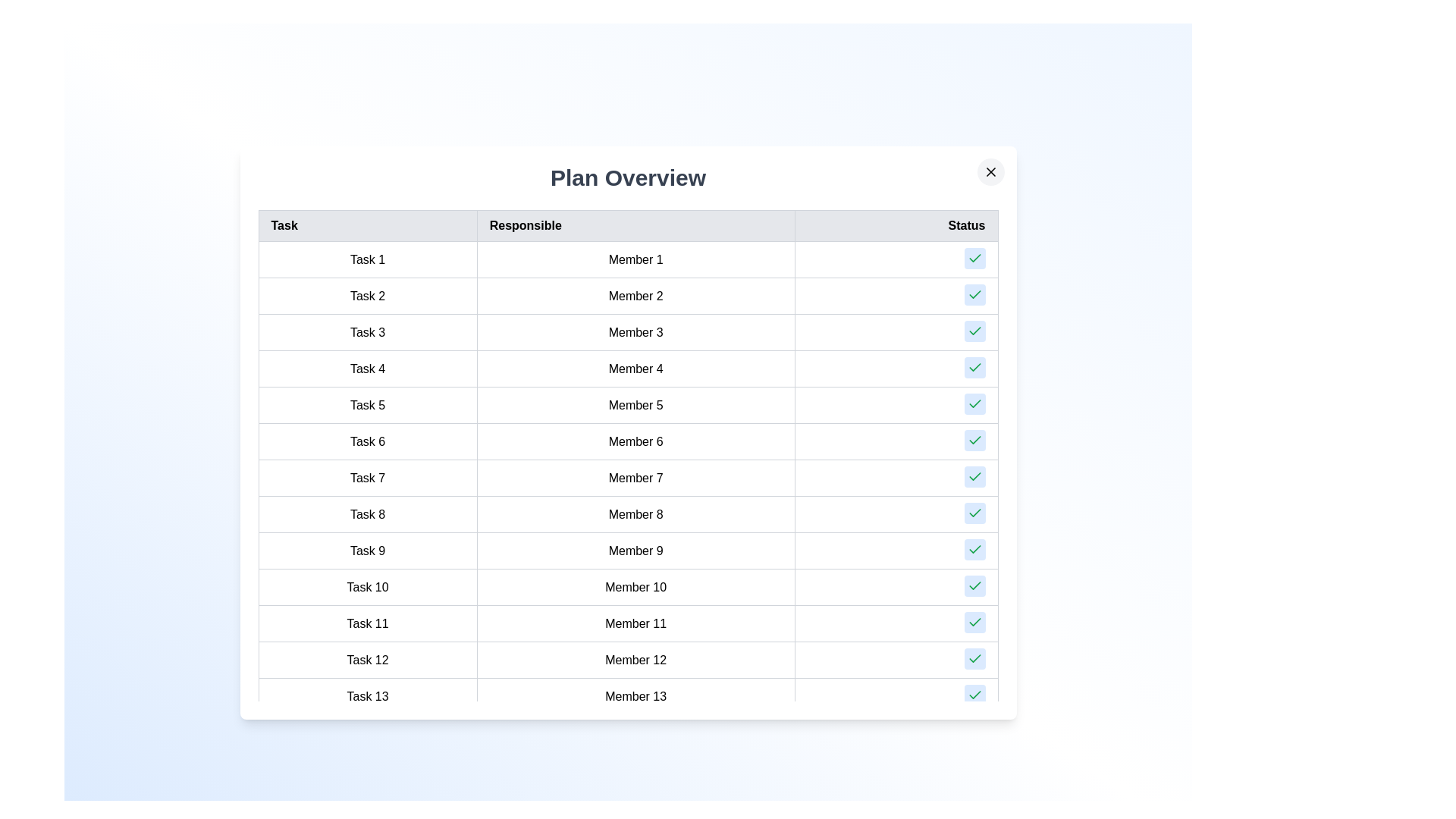  I want to click on the 'Check' button for task 13 to mark it as completed, so click(974, 695).